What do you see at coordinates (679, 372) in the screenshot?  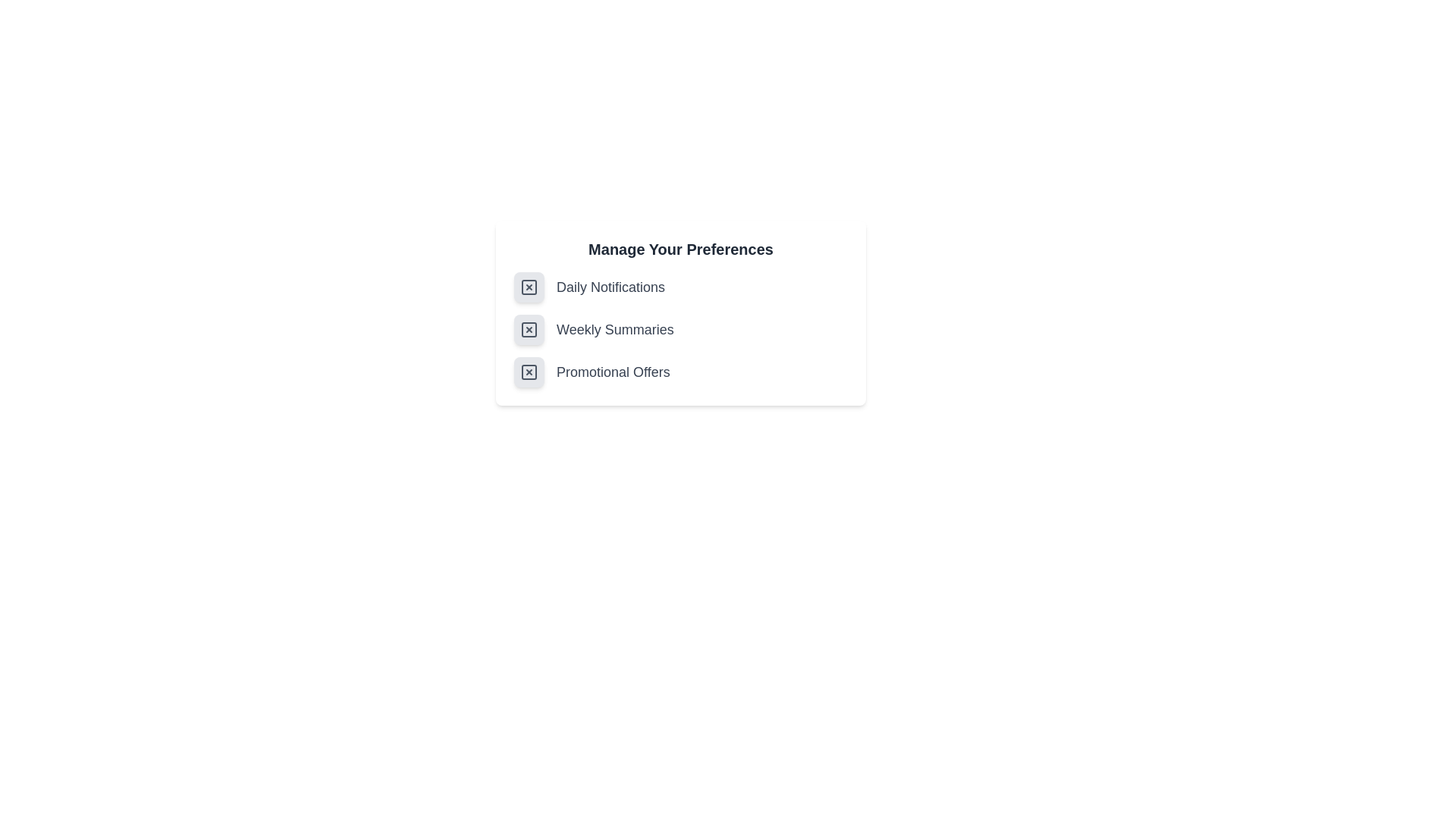 I see `the third list item in the 'Manage Your Preferences' section` at bounding box center [679, 372].